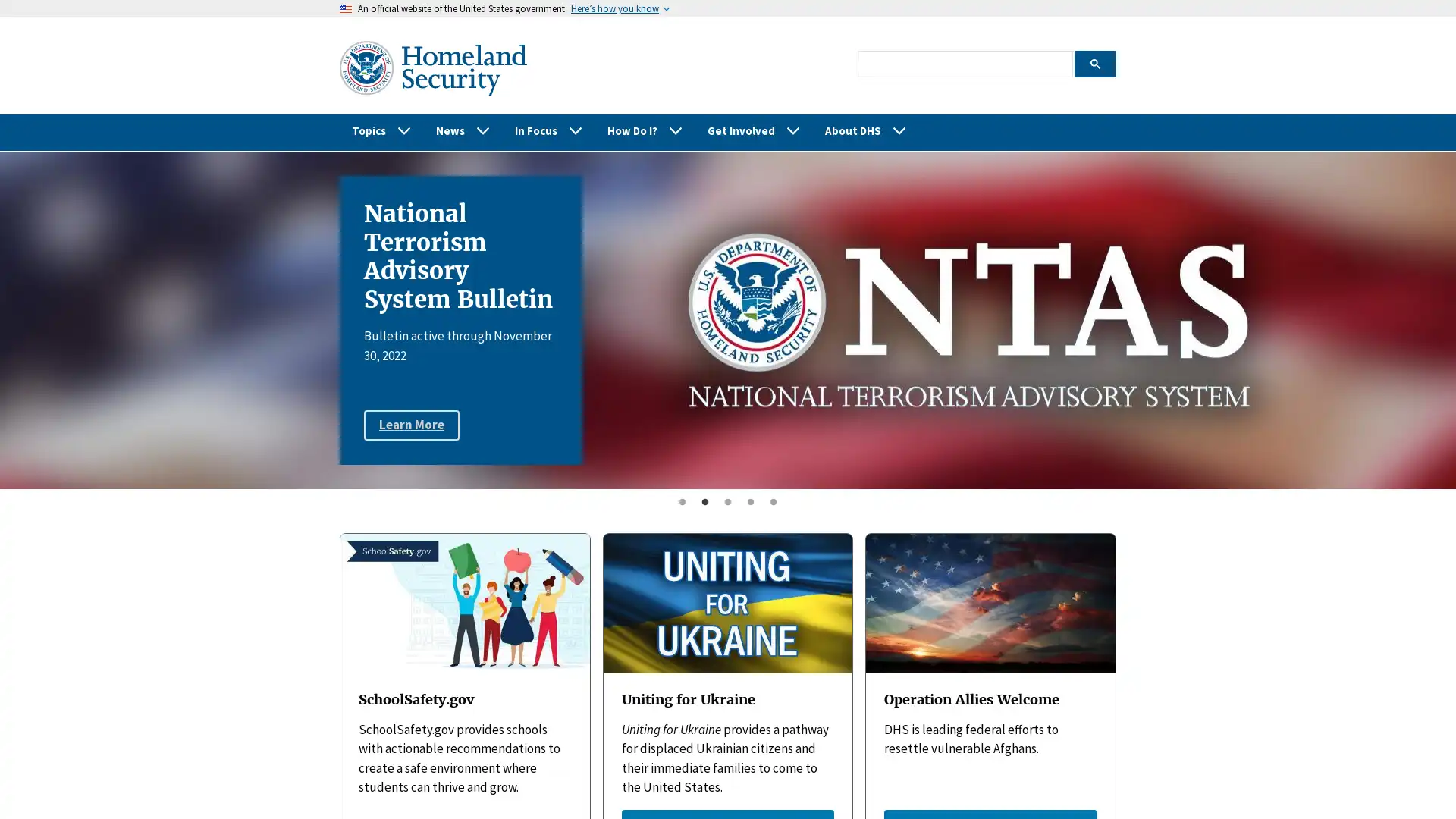  I want to click on Heres how you know, so click(615, 8).